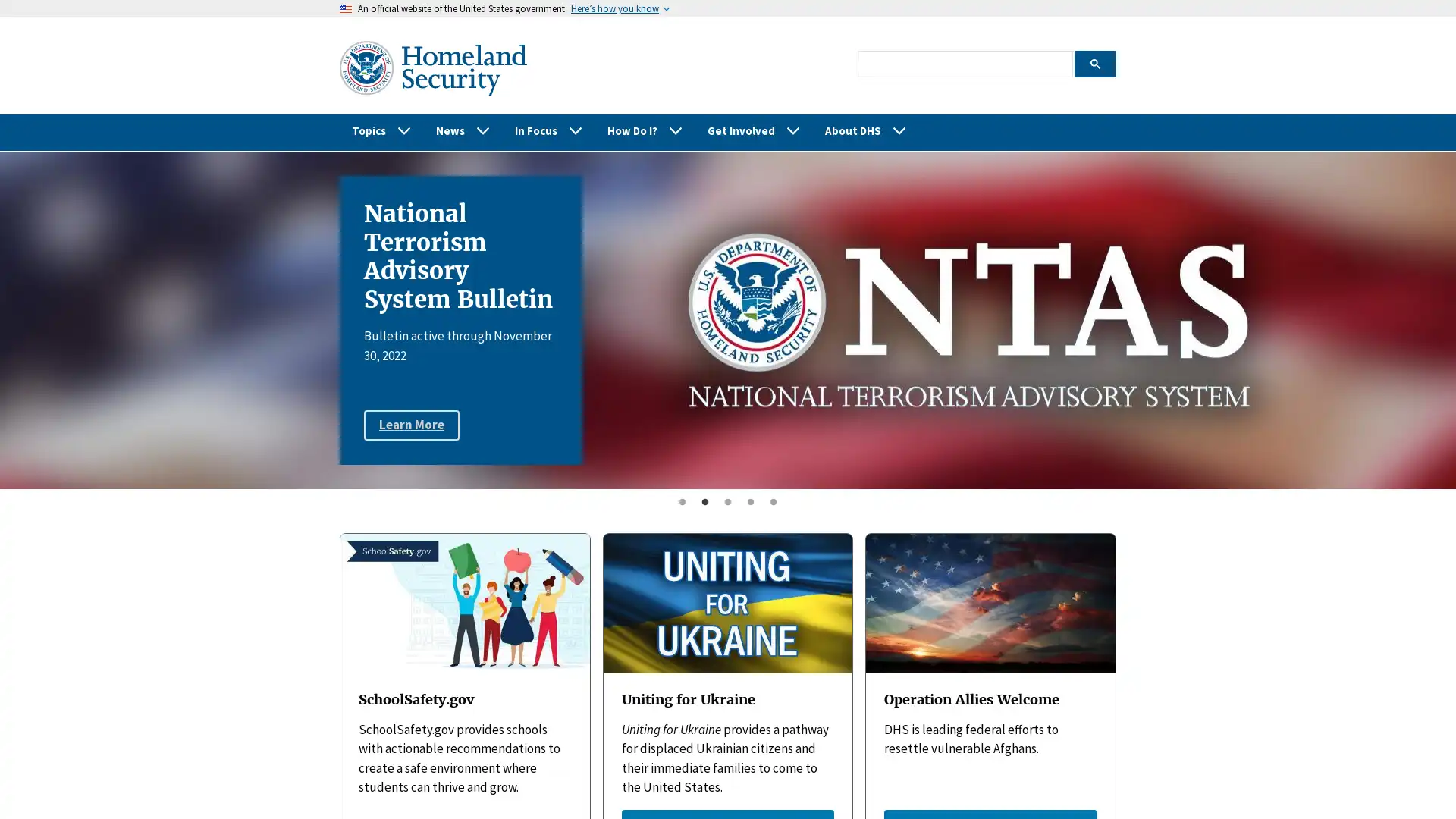  I want to click on Heres how you know, so click(615, 8).